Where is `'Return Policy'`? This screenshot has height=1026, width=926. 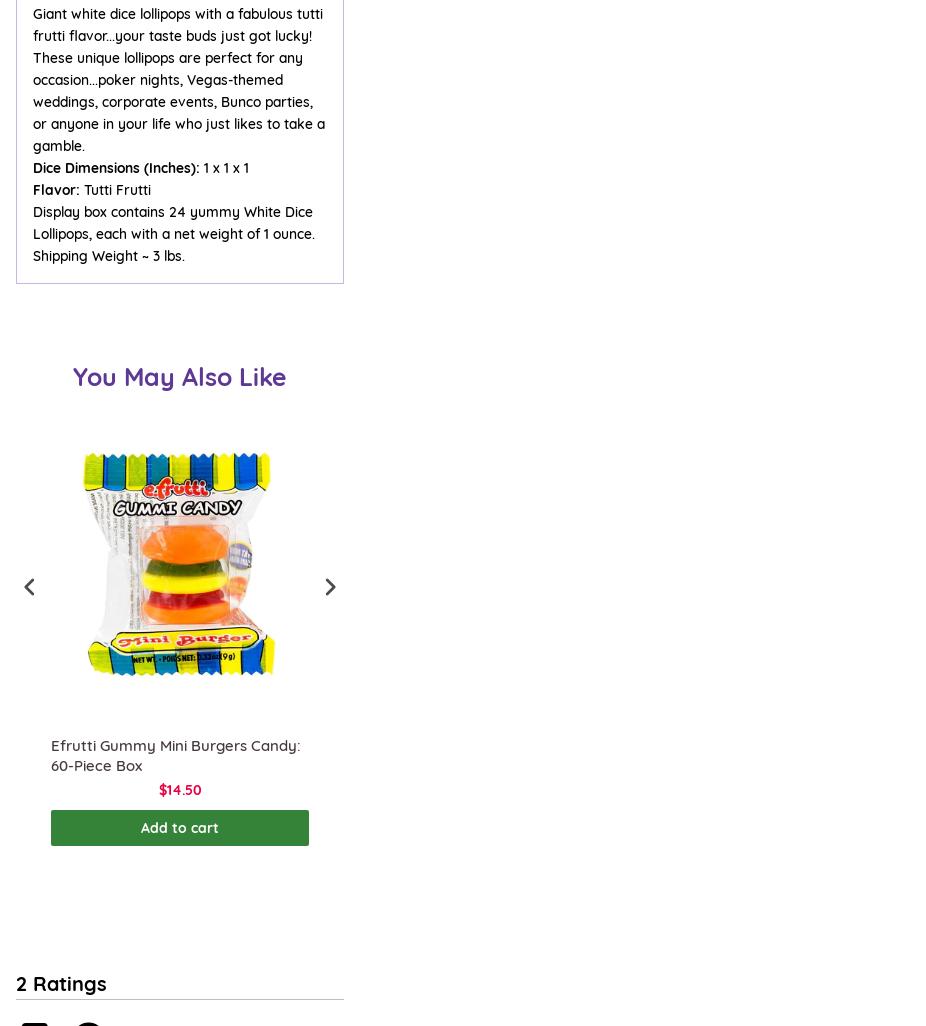 'Return Policy' is located at coordinates (57, 166).